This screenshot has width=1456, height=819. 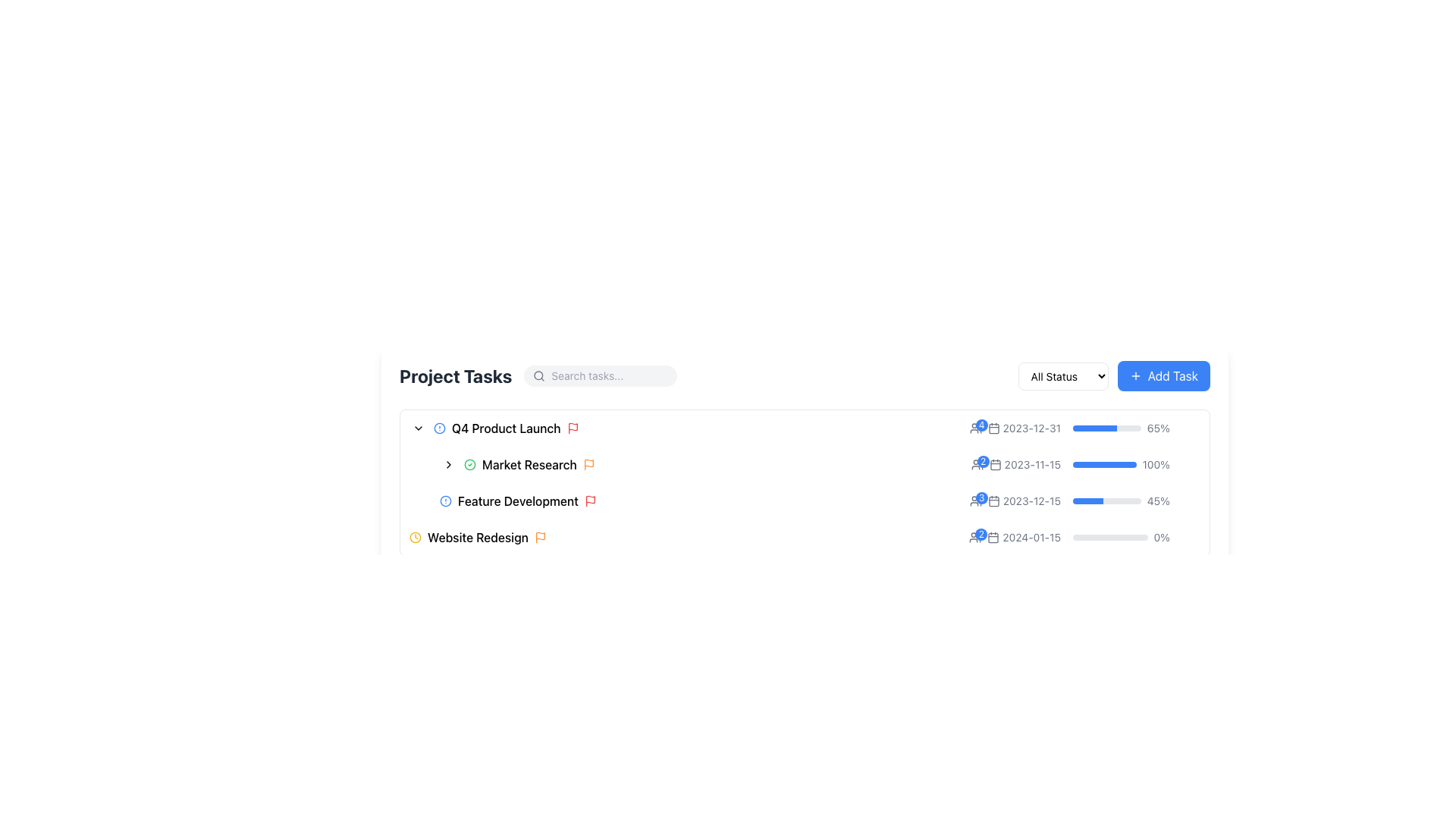 I want to click on progress percentage from the rounded progress bar with a visible percentage label indicating 65%, located on the right side of the task row aligned with the date label '2023-12-31', so click(x=1121, y=428).